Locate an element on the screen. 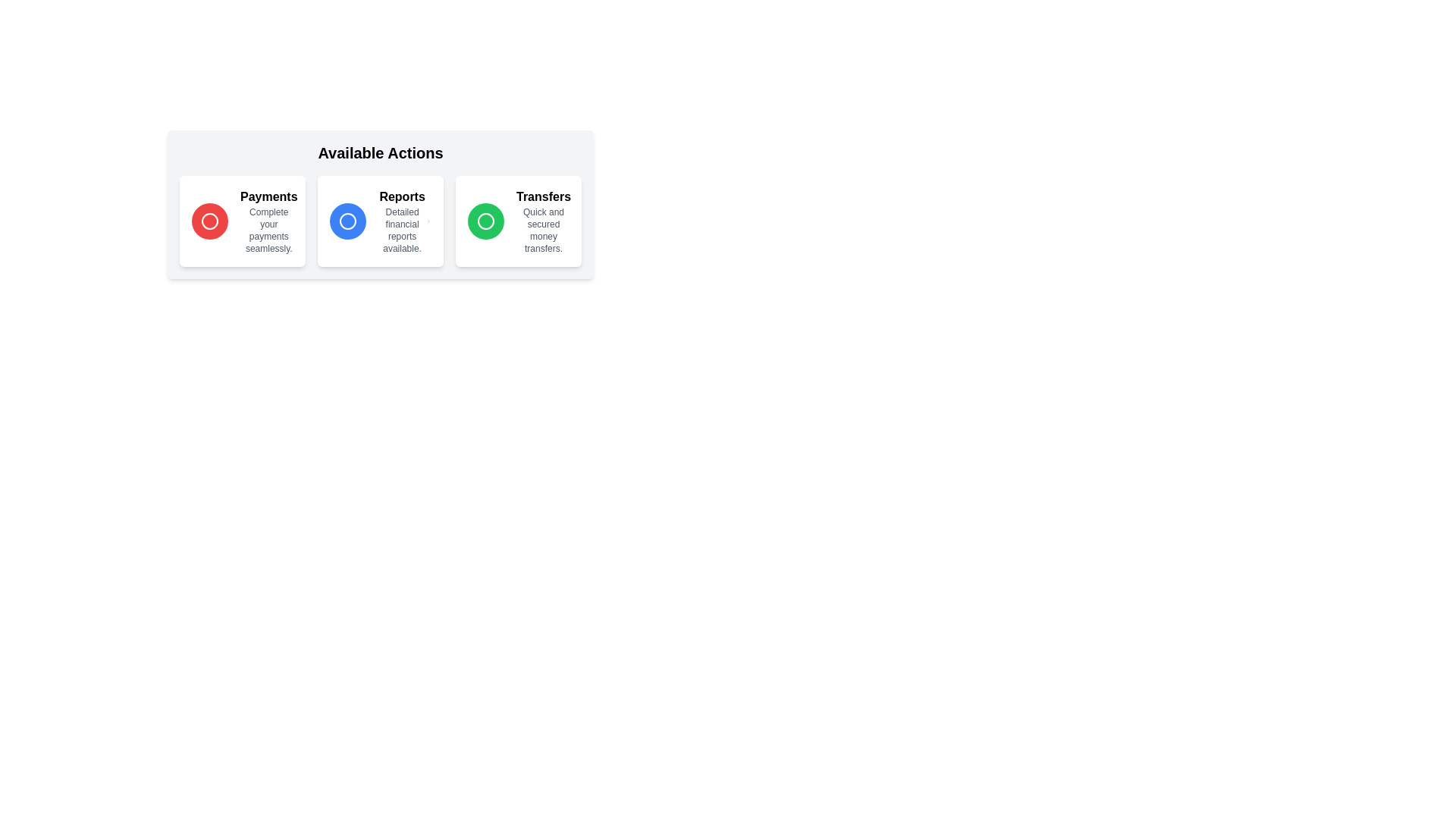 The image size is (1456, 819). any section of the Grid Layout located below the 'Available Actions' title is located at coordinates (381, 221).